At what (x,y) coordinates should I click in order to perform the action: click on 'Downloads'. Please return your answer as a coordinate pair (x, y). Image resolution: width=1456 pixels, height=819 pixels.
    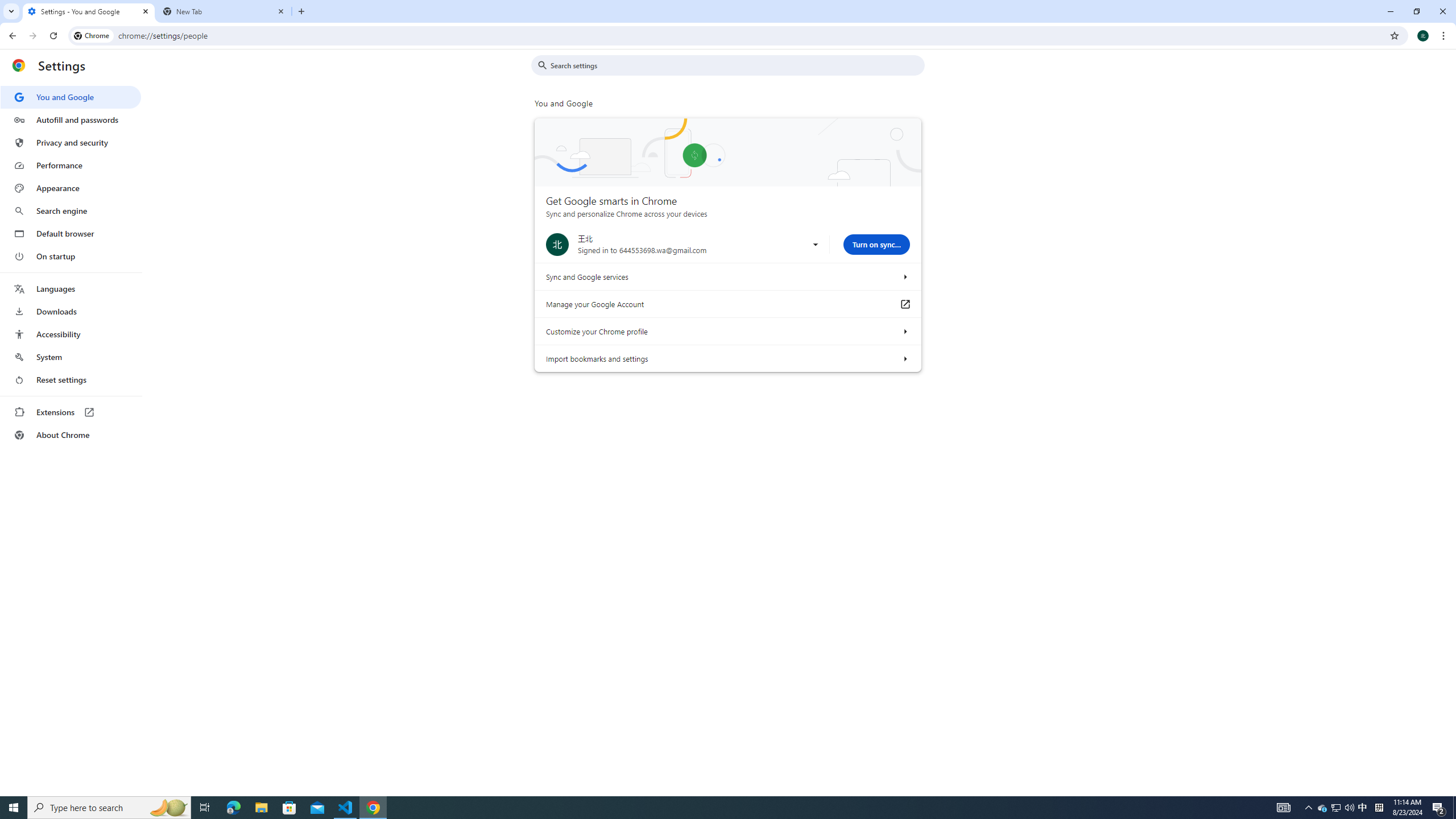
    Looking at the image, I should click on (70, 311).